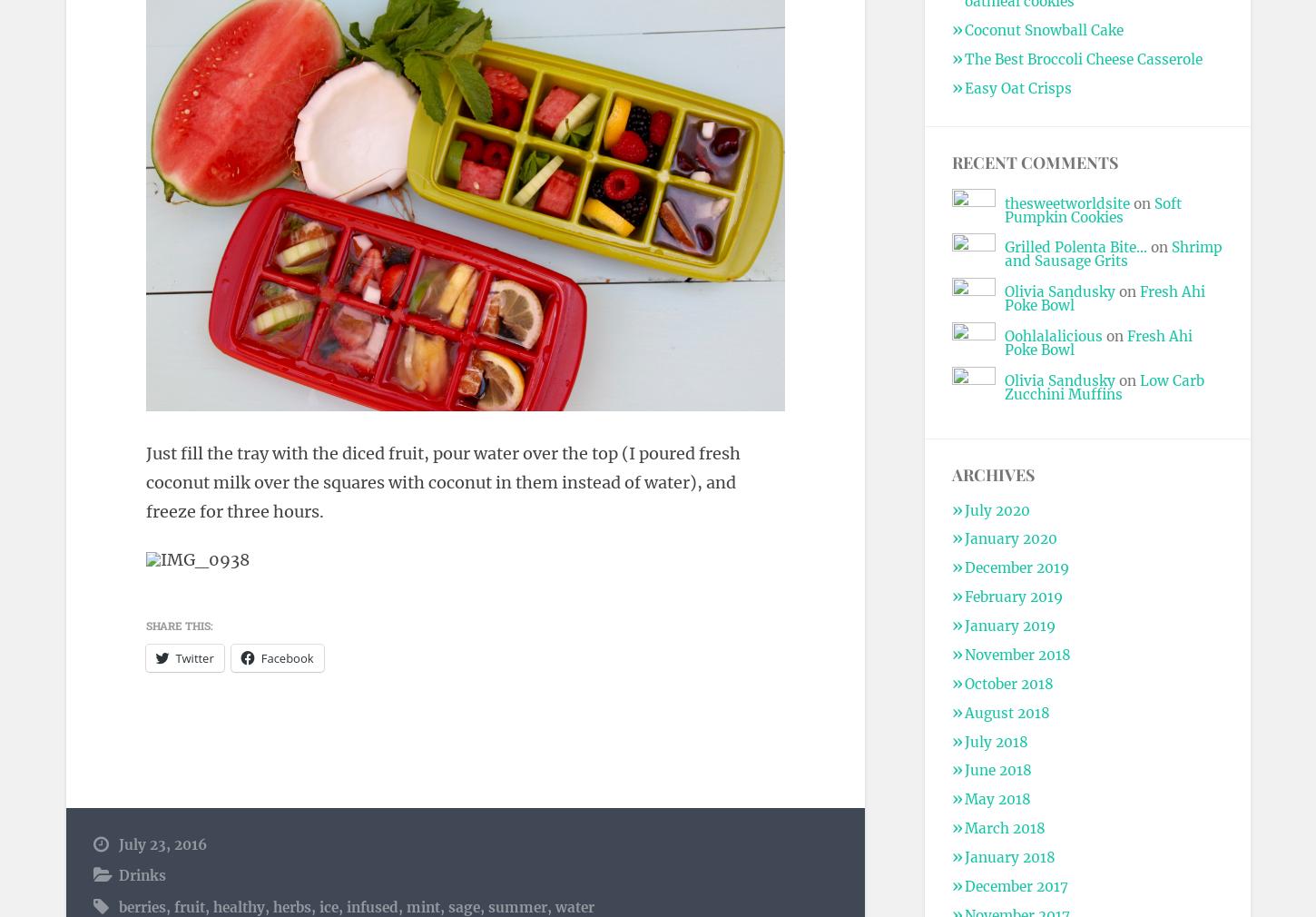 The image size is (1316, 917). Describe the element at coordinates (211, 907) in the screenshot. I see `'healthy'` at that location.